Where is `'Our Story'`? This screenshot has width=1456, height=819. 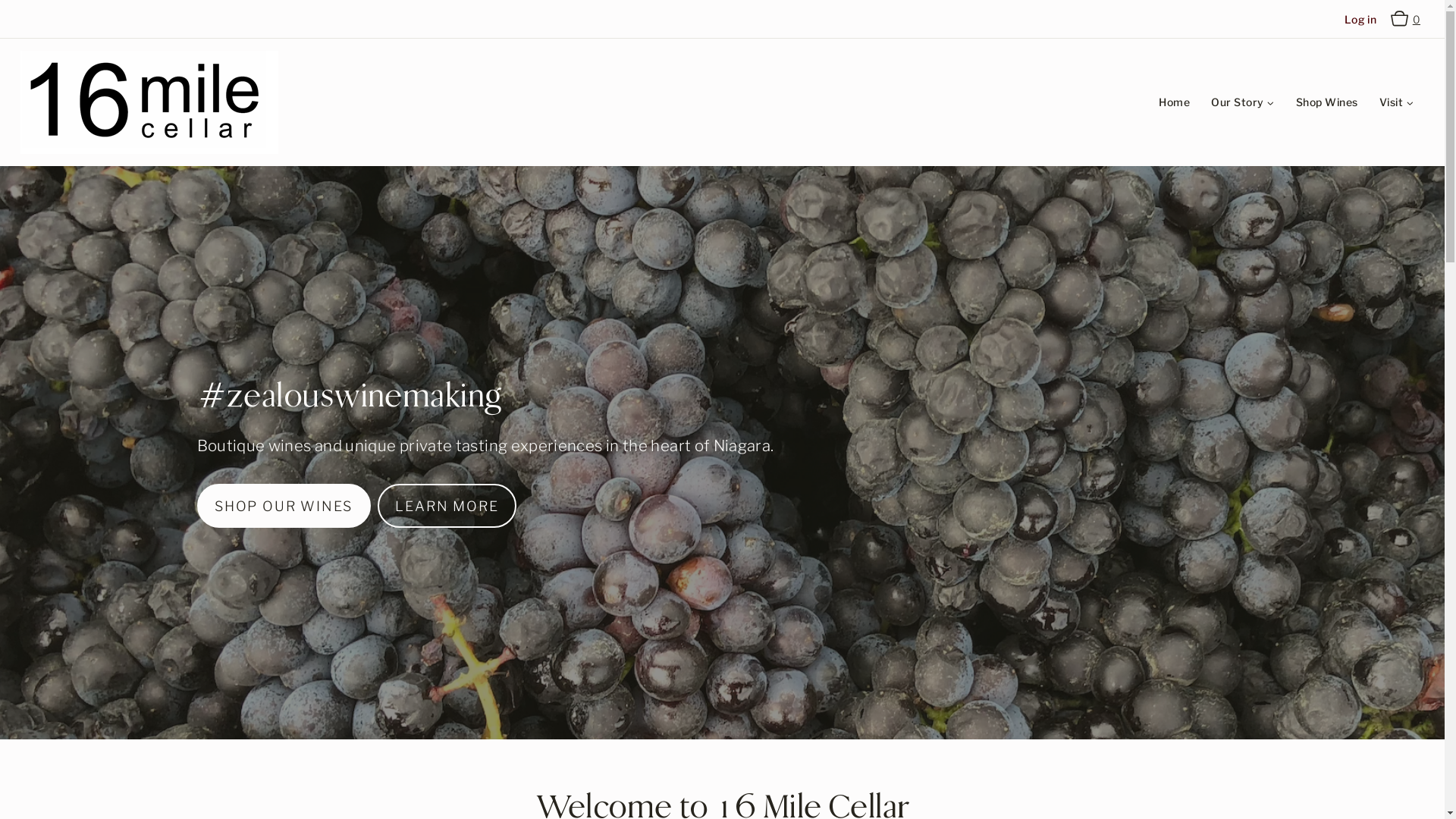
'Our Story' is located at coordinates (1242, 102).